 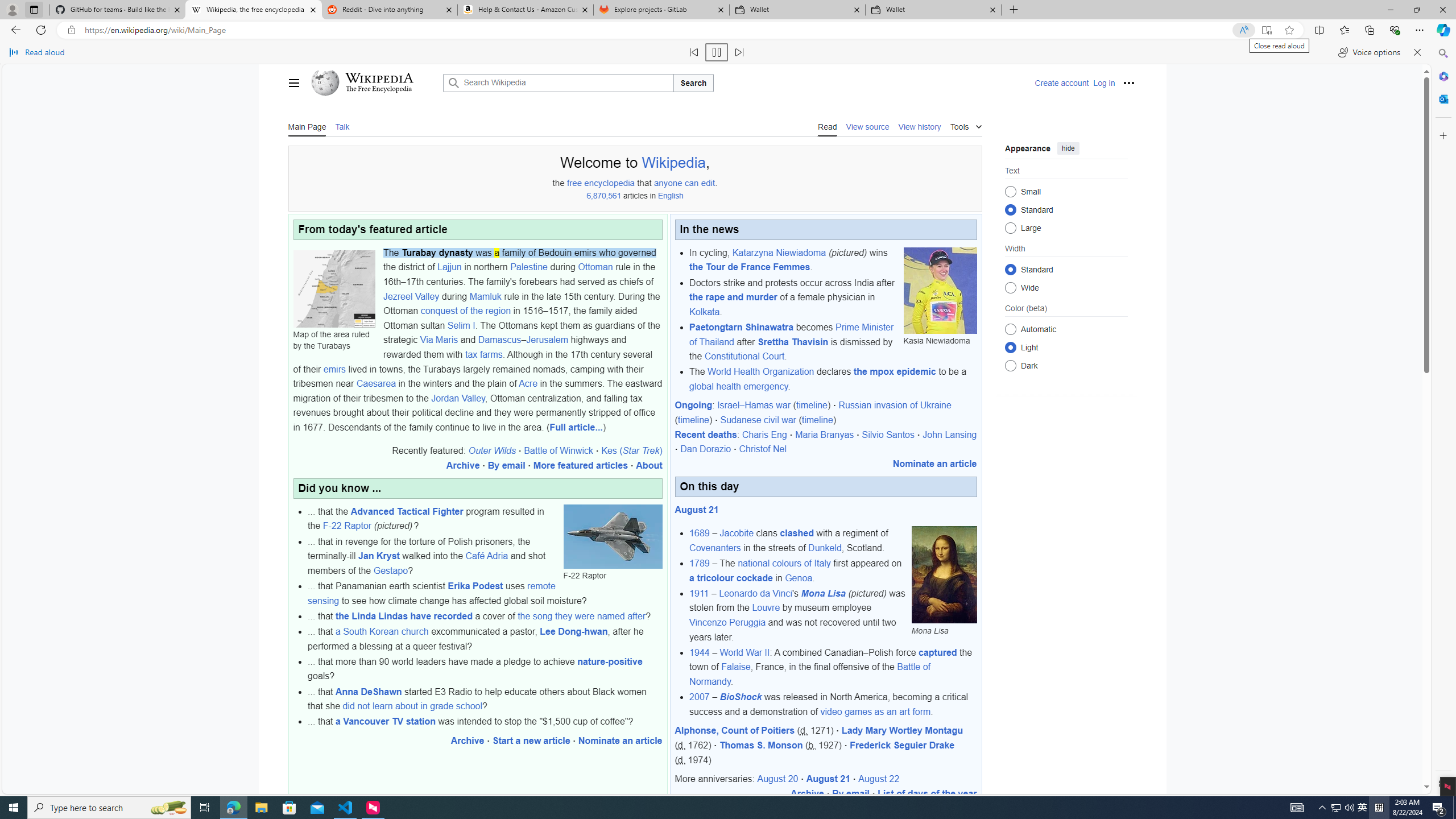 What do you see at coordinates (431, 593) in the screenshot?
I see `'remote sensing'` at bounding box center [431, 593].